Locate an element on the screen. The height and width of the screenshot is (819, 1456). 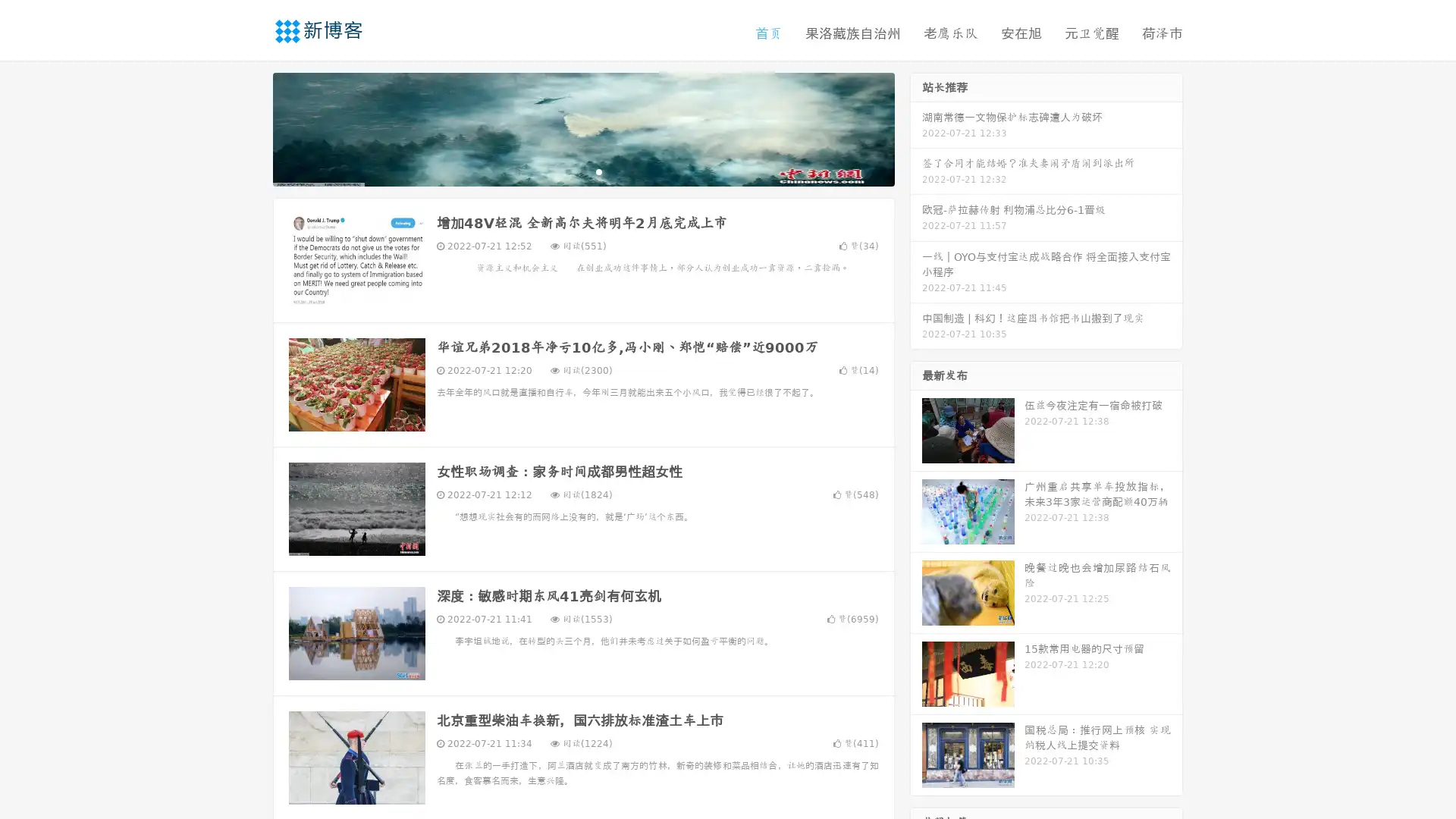
Next slide is located at coordinates (916, 127).